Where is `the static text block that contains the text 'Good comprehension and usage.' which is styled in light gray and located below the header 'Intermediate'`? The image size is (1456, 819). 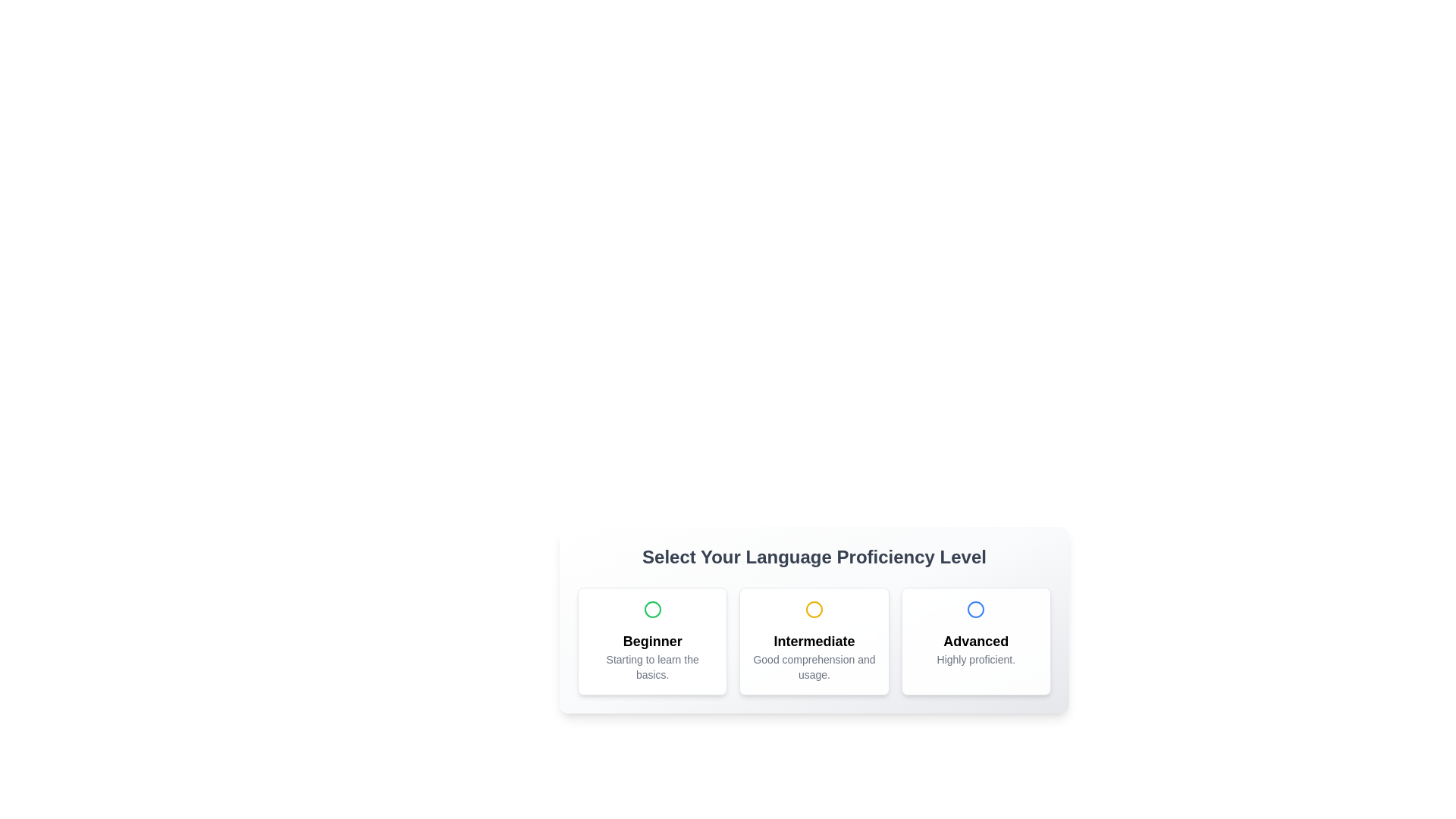
the static text block that contains the text 'Good comprehension and usage.' which is styled in light gray and located below the header 'Intermediate' is located at coordinates (814, 666).